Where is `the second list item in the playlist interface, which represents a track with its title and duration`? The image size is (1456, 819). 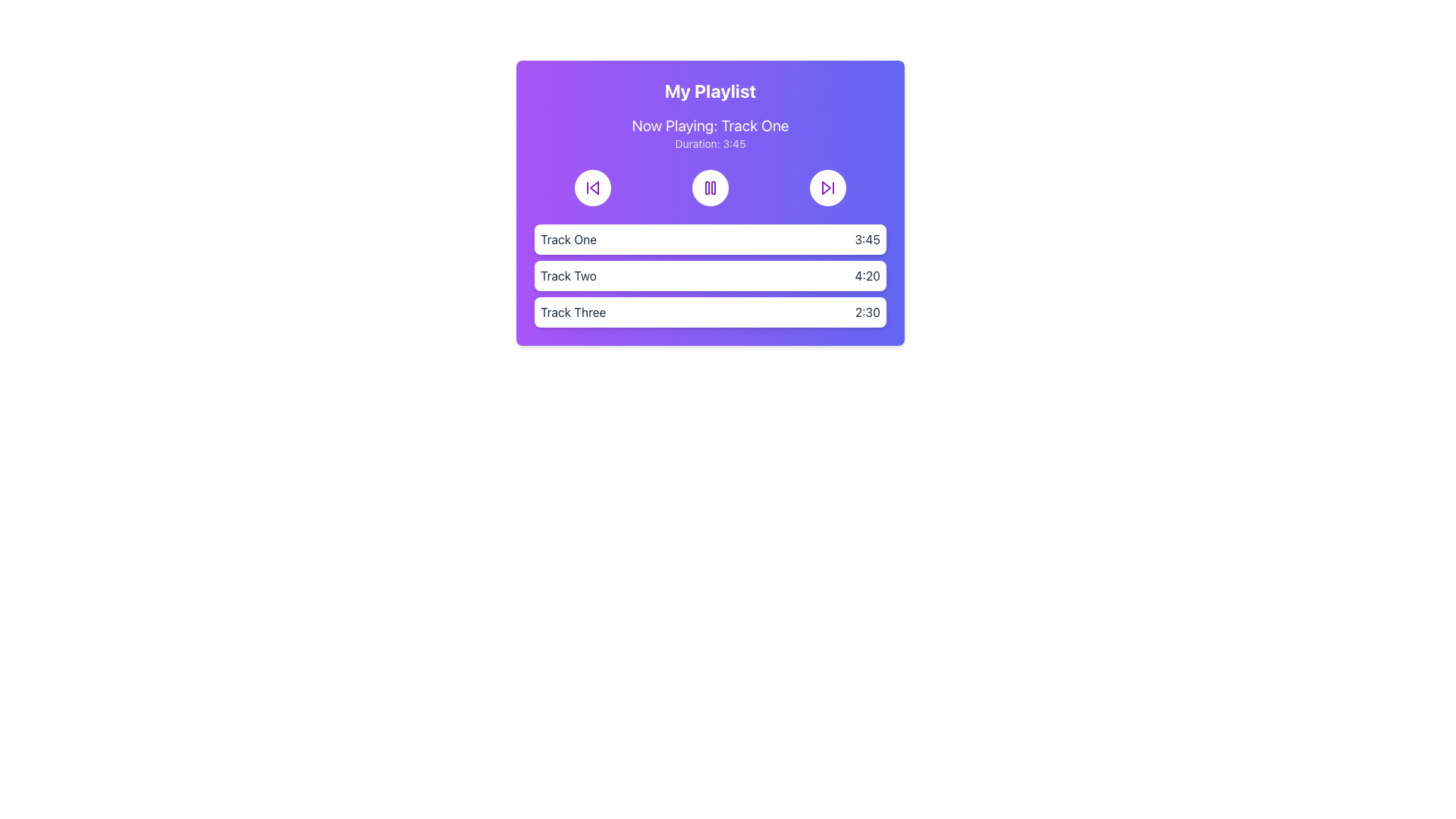
the second list item in the playlist interface, which represents a track with its title and duration is located at coordinates (709, 275).